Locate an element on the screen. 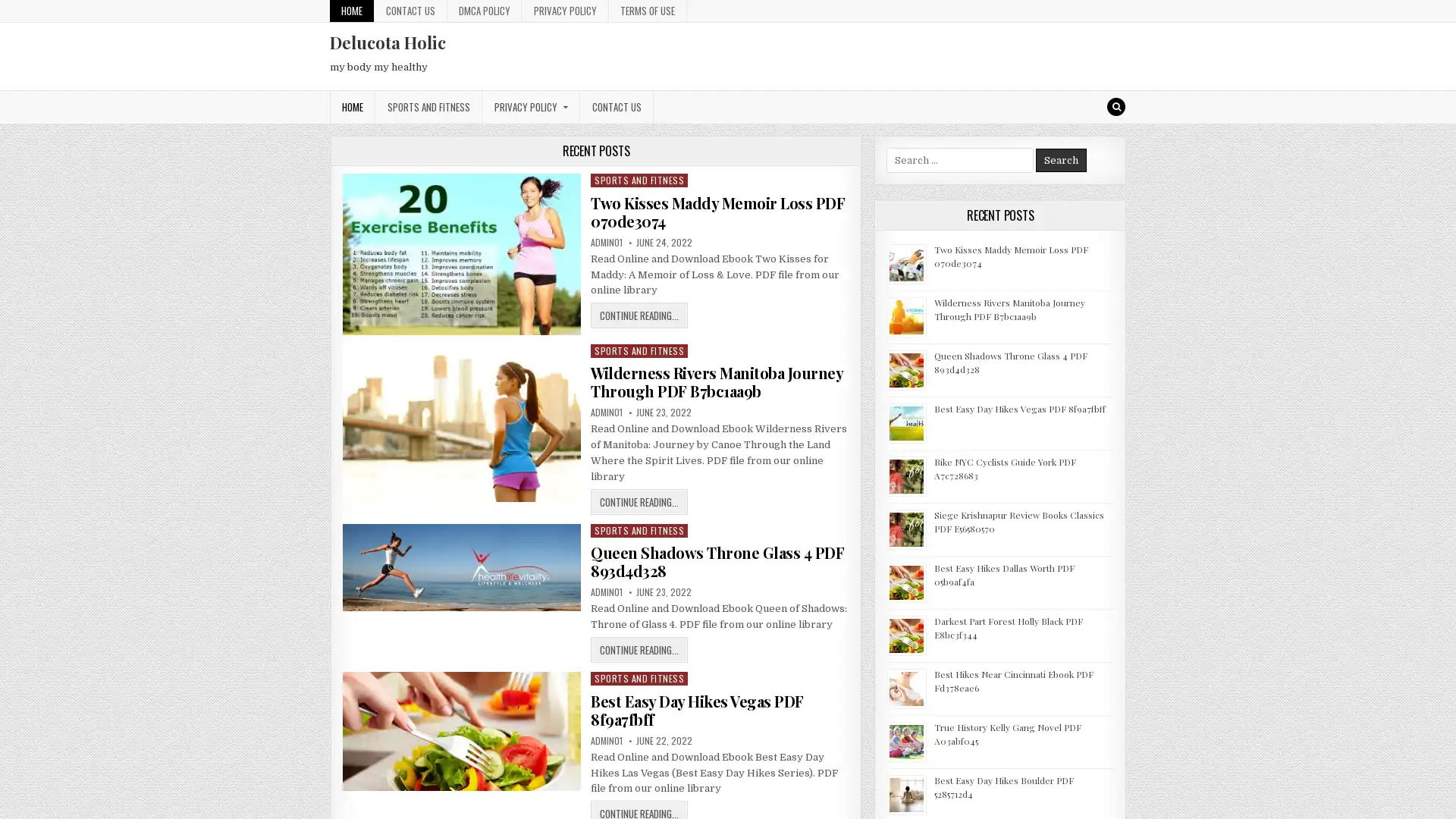  Search is located at coordinates (1060, 160).